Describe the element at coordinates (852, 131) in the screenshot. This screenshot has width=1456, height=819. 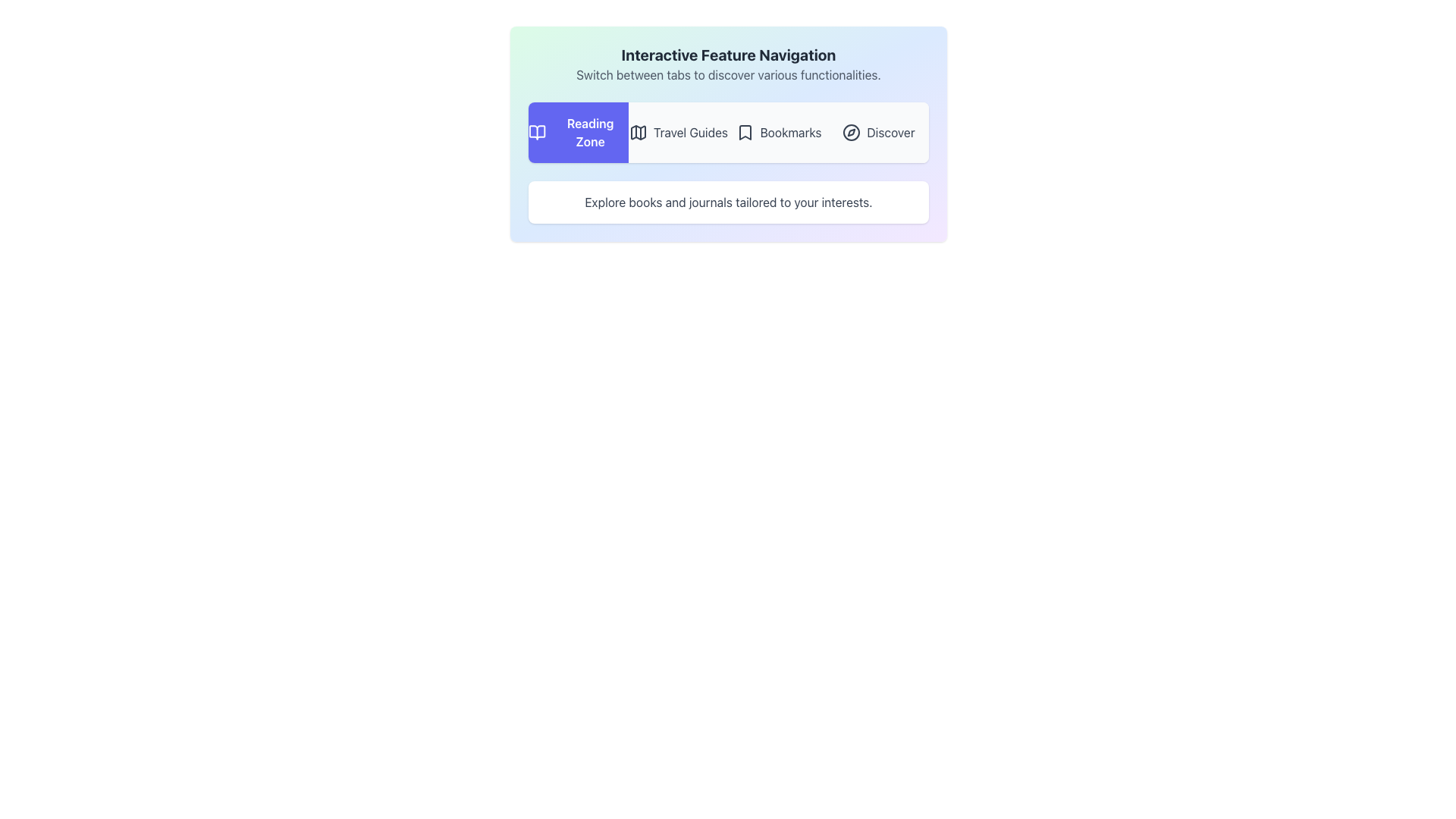
I see `the 'Discover' icon located at the rightmost tab of the navigation bar, positioned immediately left of the 'Discover' text label` at that location.